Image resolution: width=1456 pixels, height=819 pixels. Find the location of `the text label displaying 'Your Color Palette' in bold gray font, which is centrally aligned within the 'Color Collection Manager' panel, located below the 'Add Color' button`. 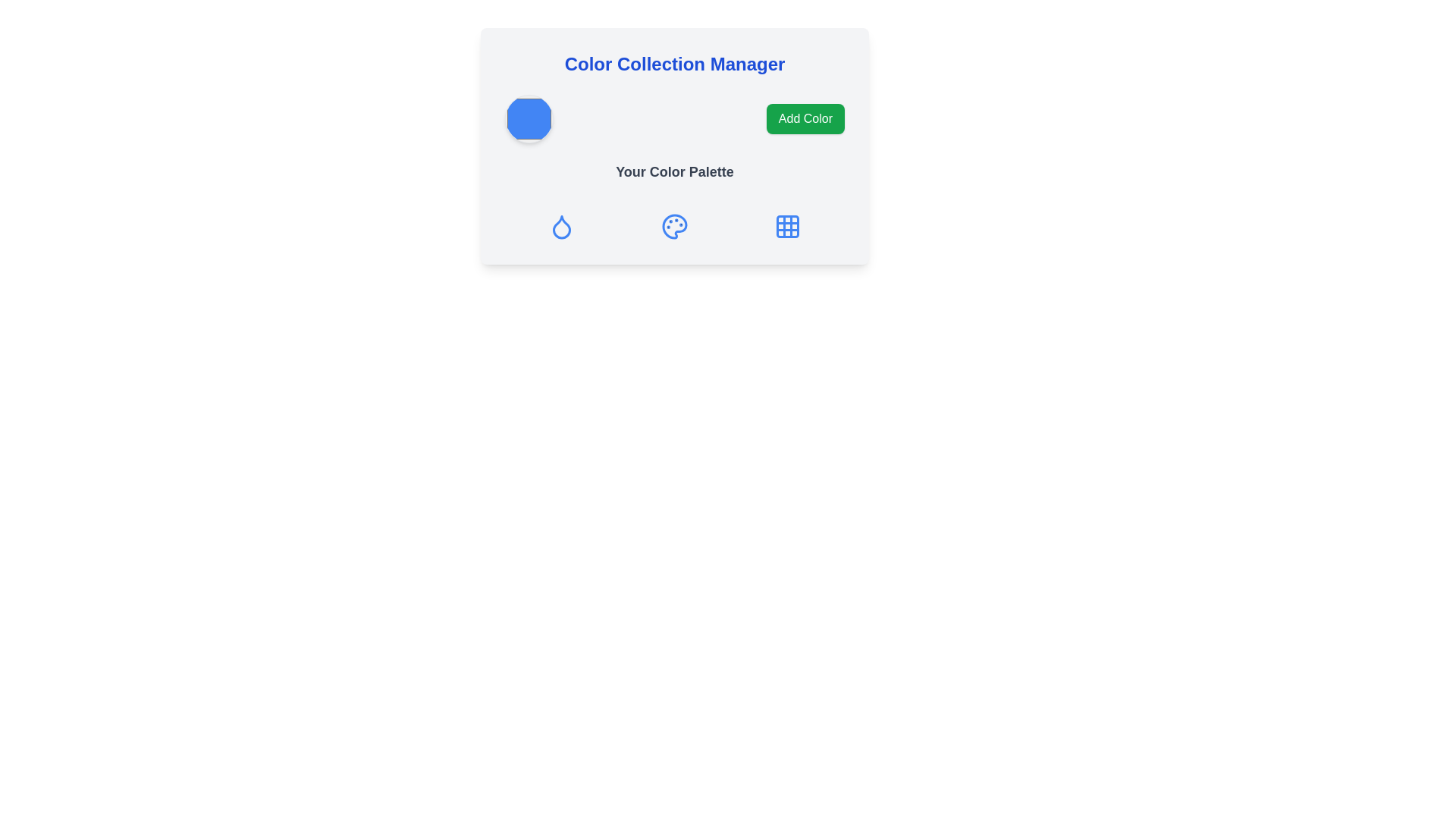

the text label displaying 'Your Color Palette' in bold gray font, which is centrally aligned within the 'Color Collection Manager' panel, located below the 'Add Color' button is located at coordinates (673, 177).